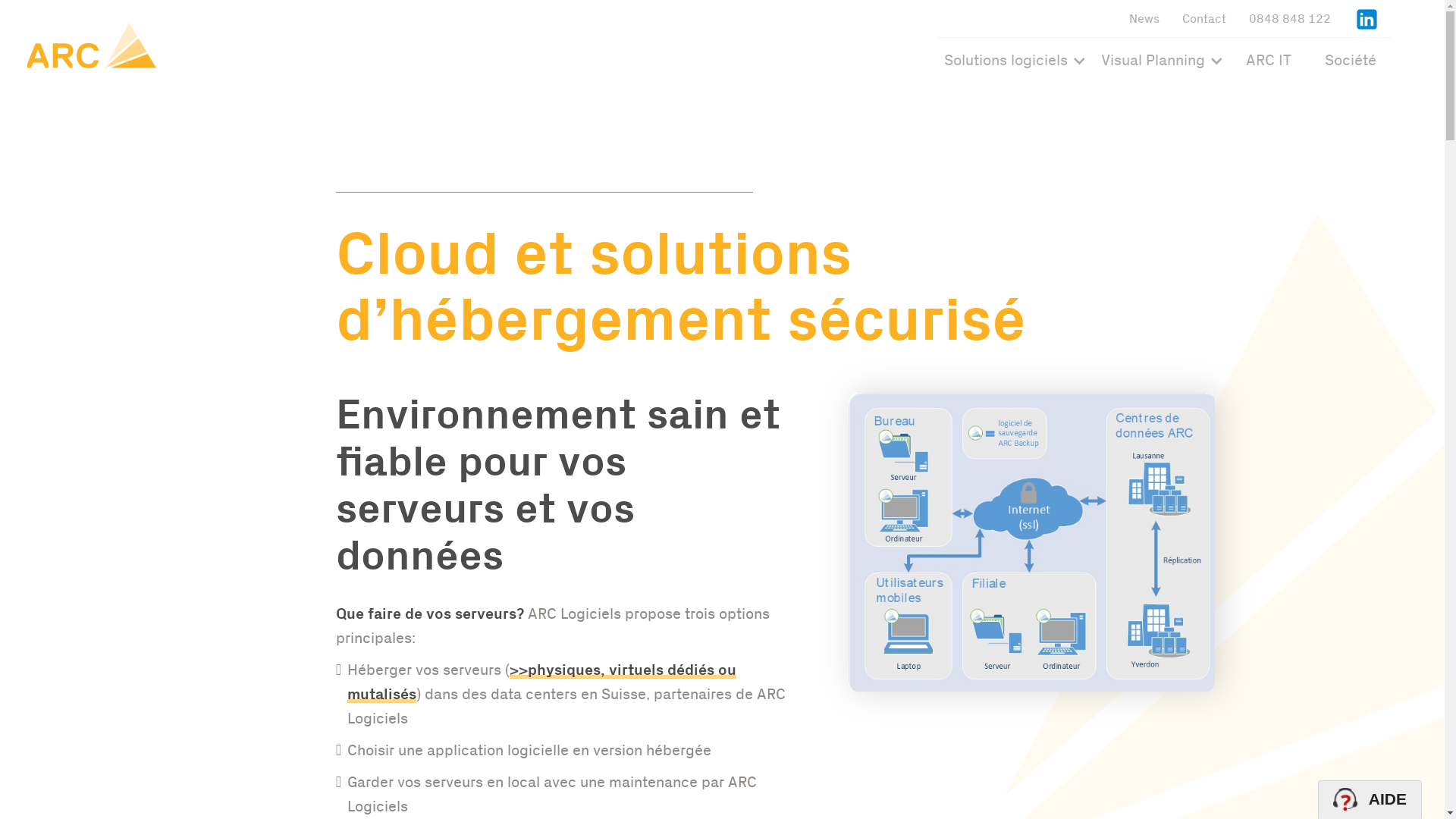 The width and height of the screenshot is (1456, 819). What do you see at coordinates (1203, 18) in the screenshot?
I see `'Contact'` at bounding box center [1203, 18].